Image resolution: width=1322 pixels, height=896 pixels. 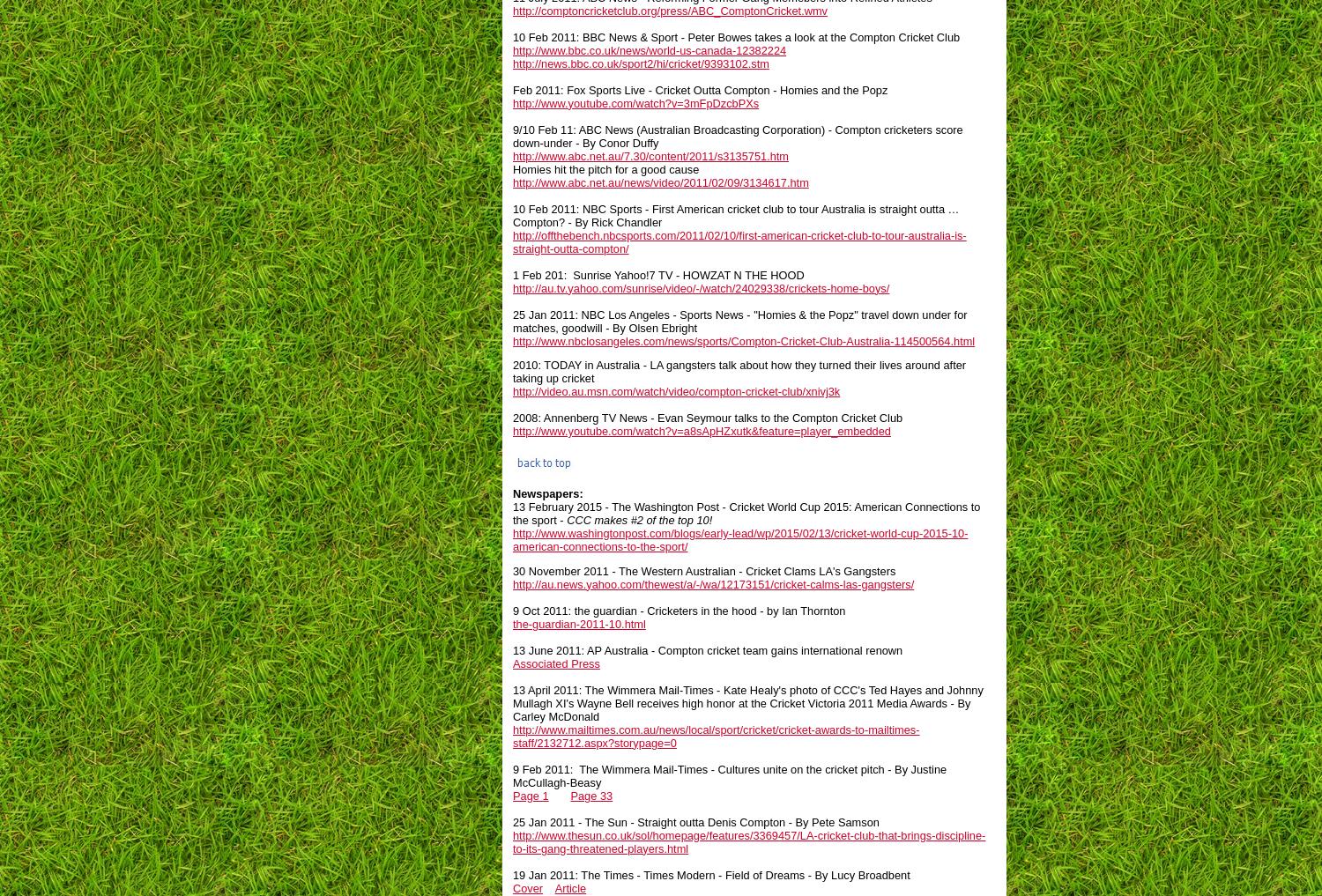 I want to click on 'Cover', so click(x=526, y=887).